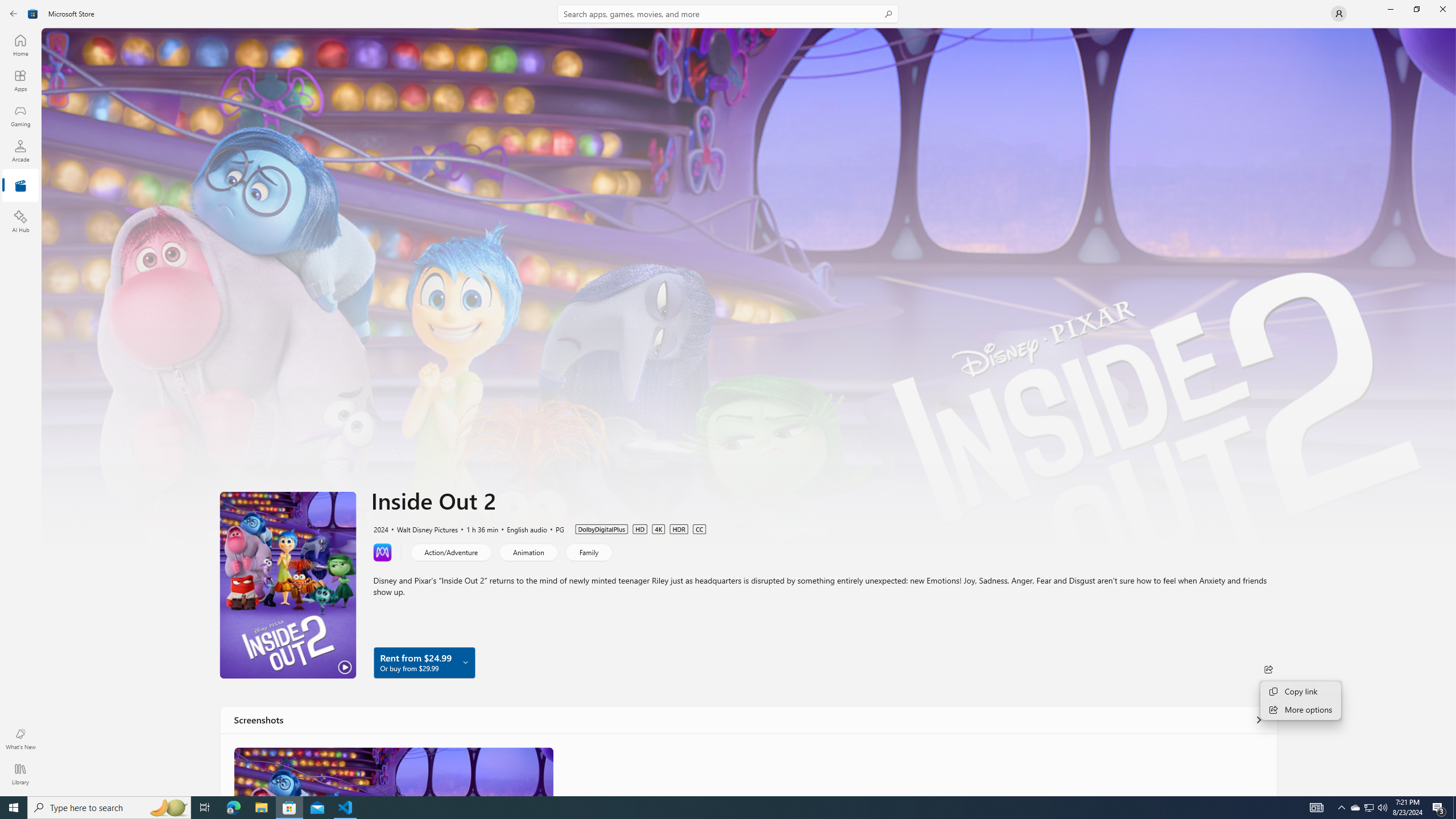  Describe the element at coordinates (728, 13) in the screenshot. I see `'Search'` at that location.